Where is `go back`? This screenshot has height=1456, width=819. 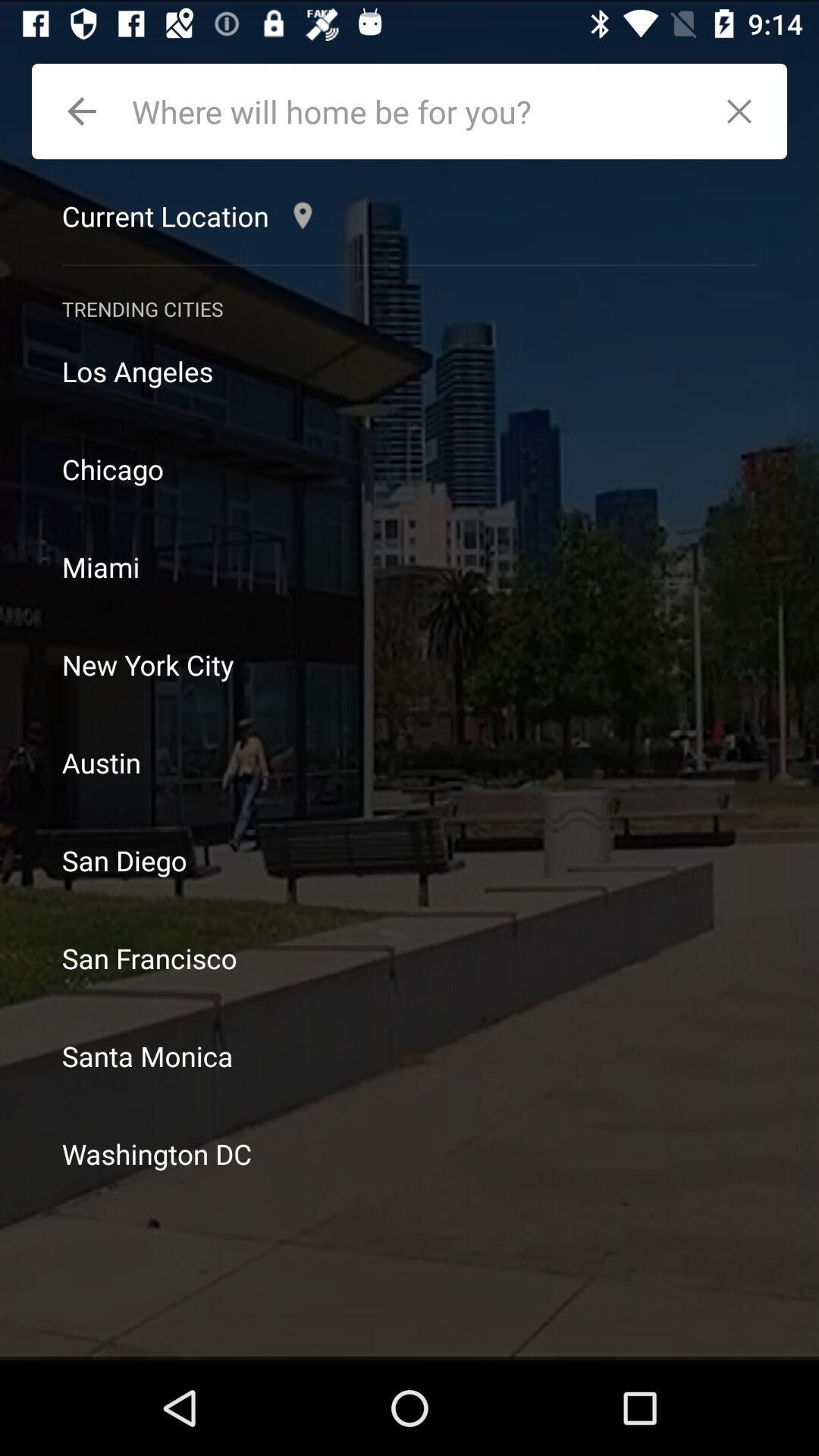 go back is located at coordinates (82, 111).